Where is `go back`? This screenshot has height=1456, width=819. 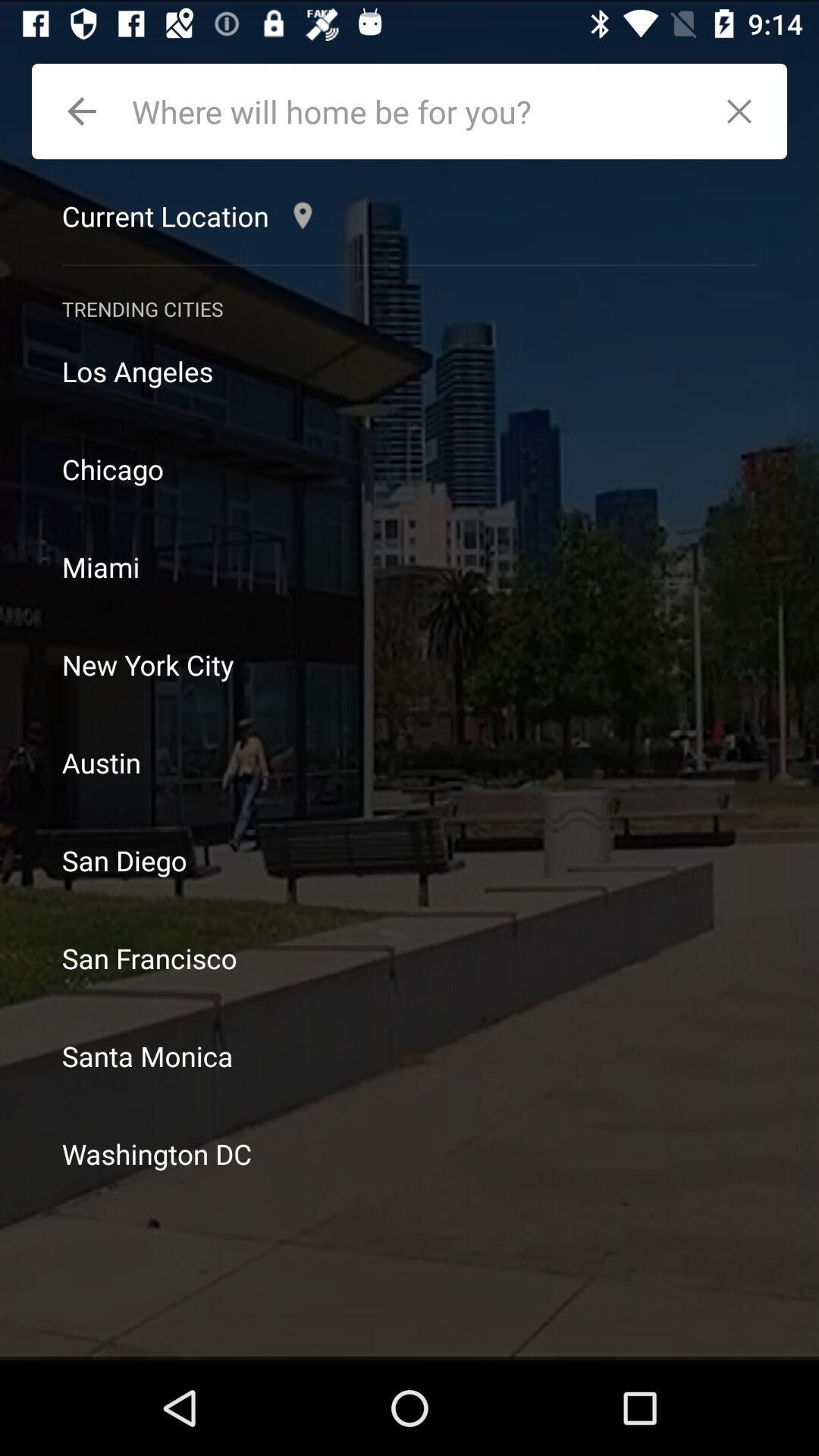 go back is located at coordinates (82, 111).